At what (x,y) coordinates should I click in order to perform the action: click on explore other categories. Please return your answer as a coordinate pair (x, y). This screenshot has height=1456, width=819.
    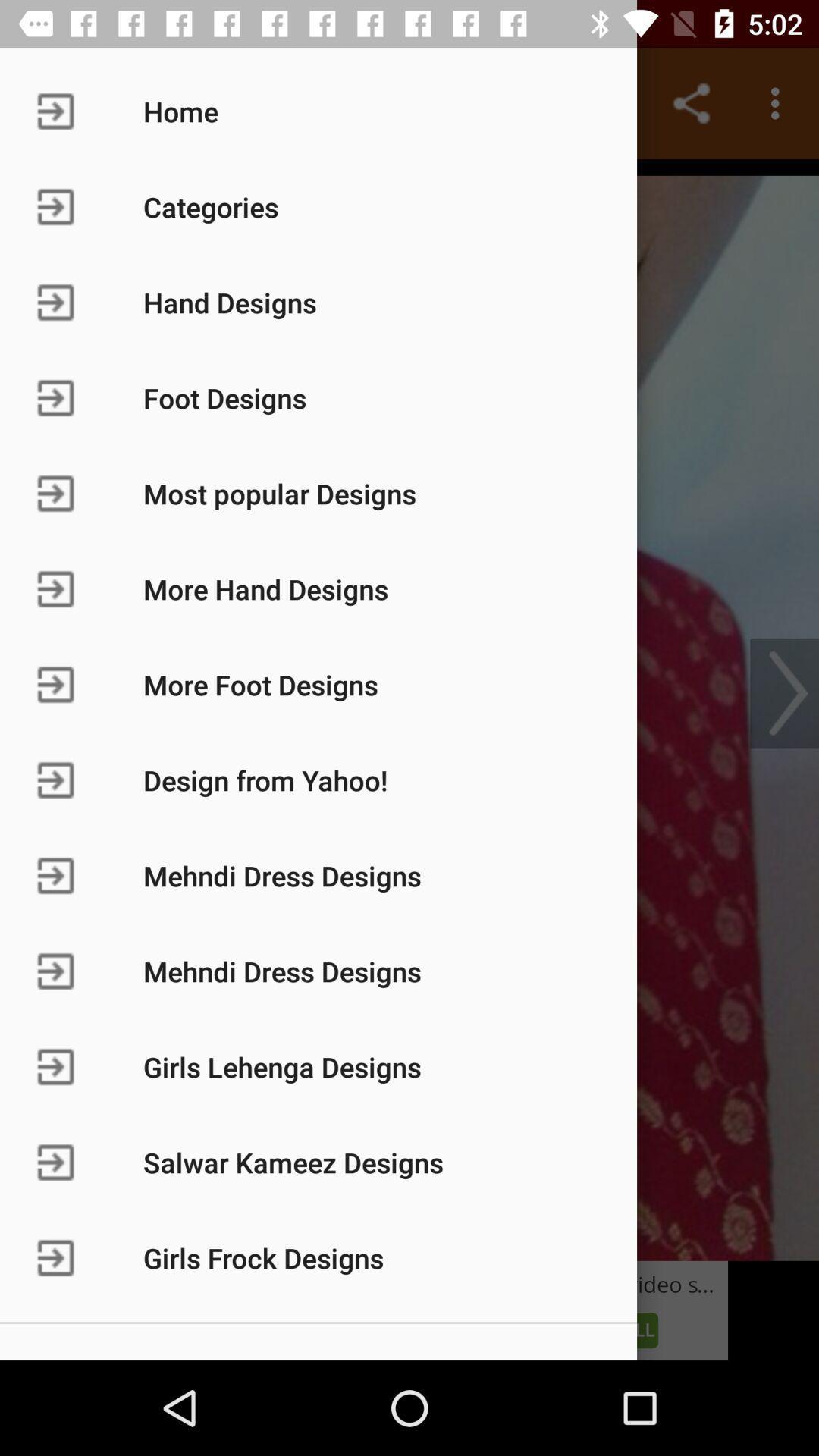
    Looking at the image, I should click on (409, 709).